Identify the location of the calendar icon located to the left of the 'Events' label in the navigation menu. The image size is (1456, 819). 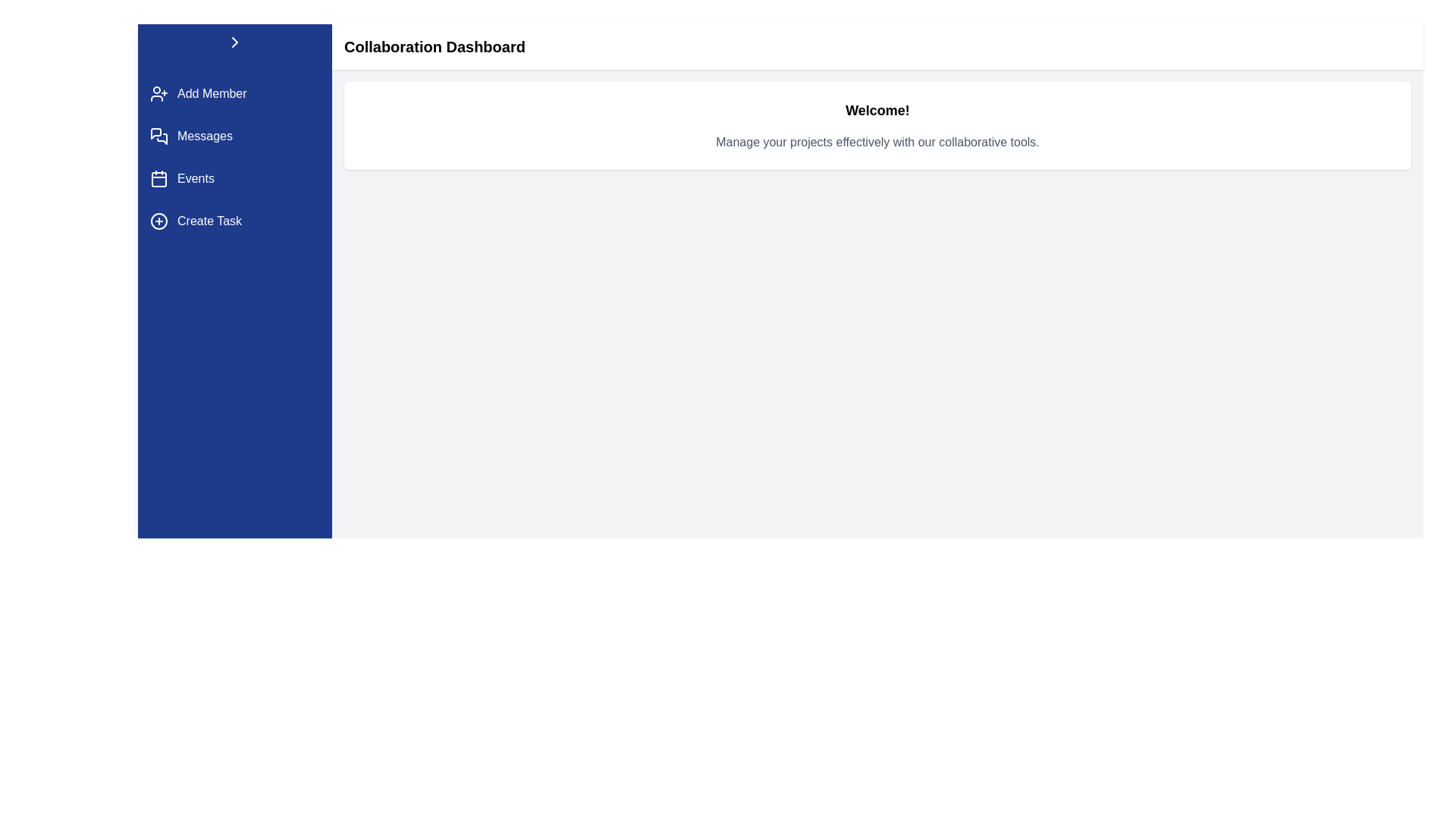
(159, 177).